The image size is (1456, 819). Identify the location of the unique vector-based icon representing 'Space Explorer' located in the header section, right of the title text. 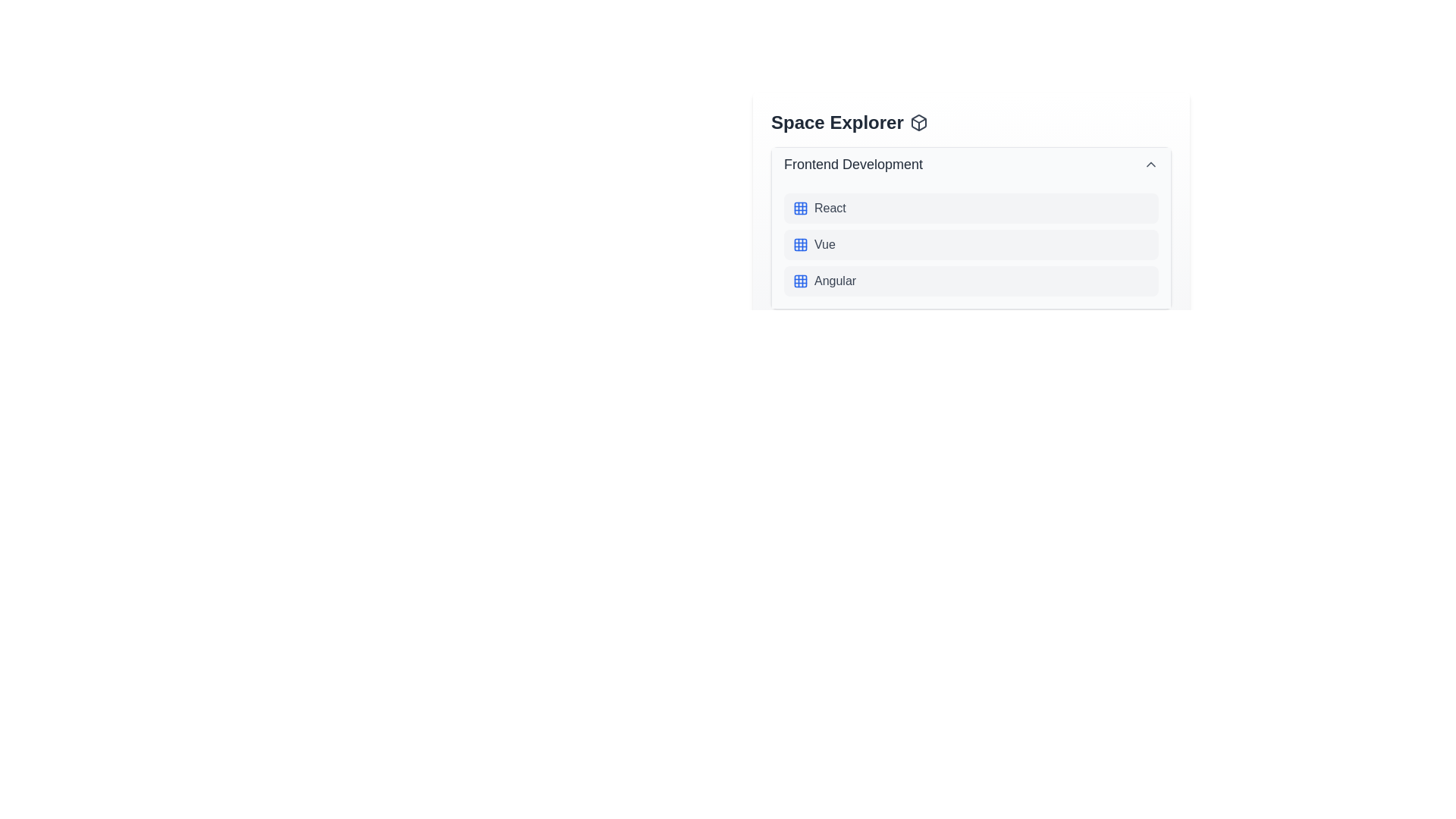
(918, 122).